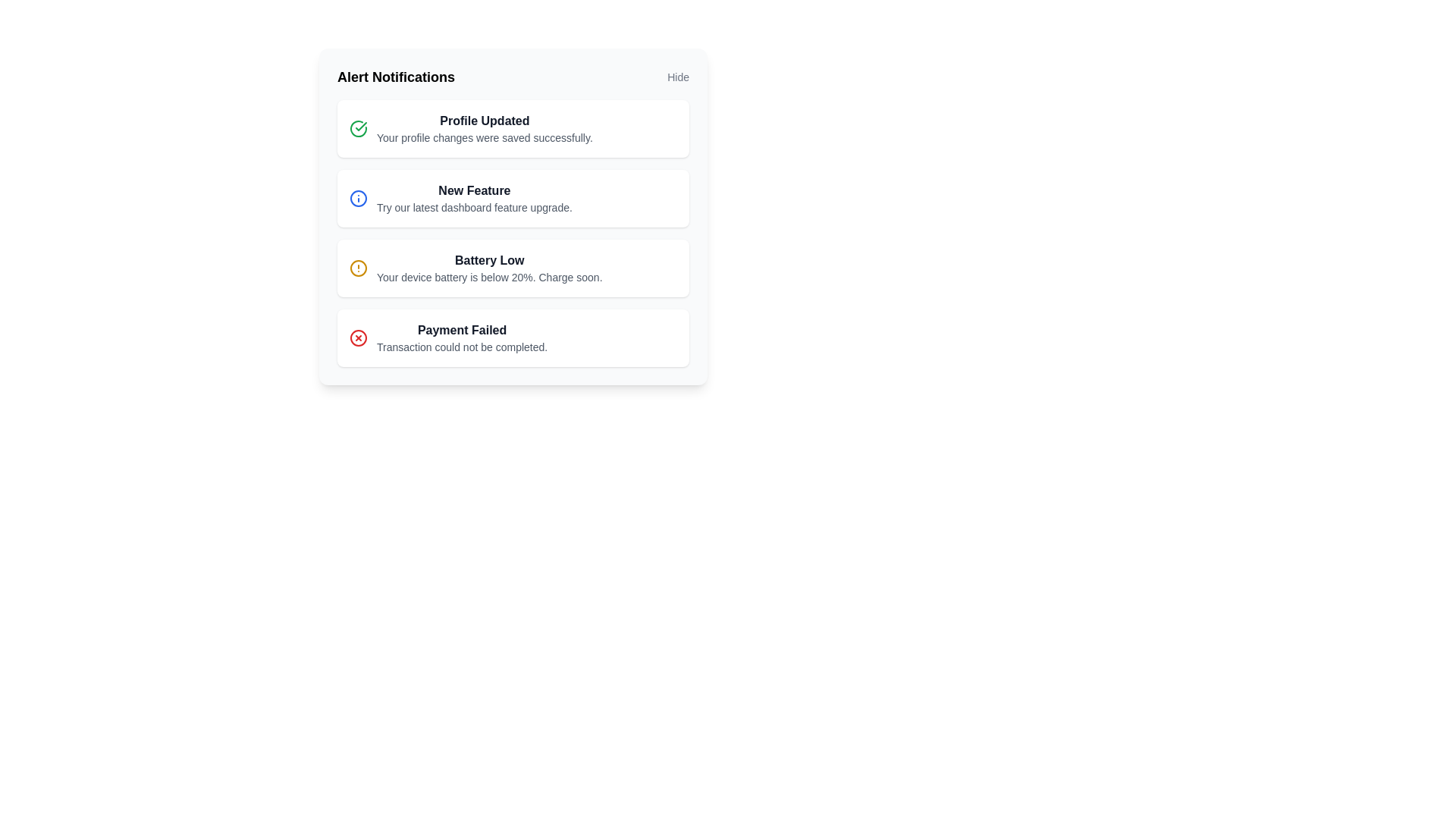 This screenshot has width=1456, height=819. Describe the element at coordinates (484, 120) in the screenshot. I see `the bold text label that reads 'Profile Updated', which is positioned at the top left of a notification card` at that location.